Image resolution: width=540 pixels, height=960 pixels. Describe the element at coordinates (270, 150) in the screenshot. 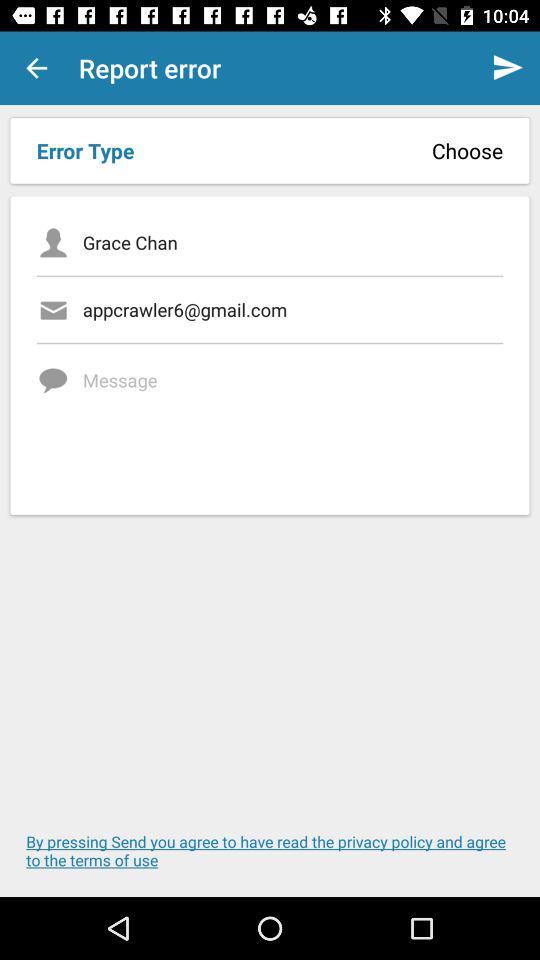

I see `error type box which also has choose option on the right hand side` at that location.